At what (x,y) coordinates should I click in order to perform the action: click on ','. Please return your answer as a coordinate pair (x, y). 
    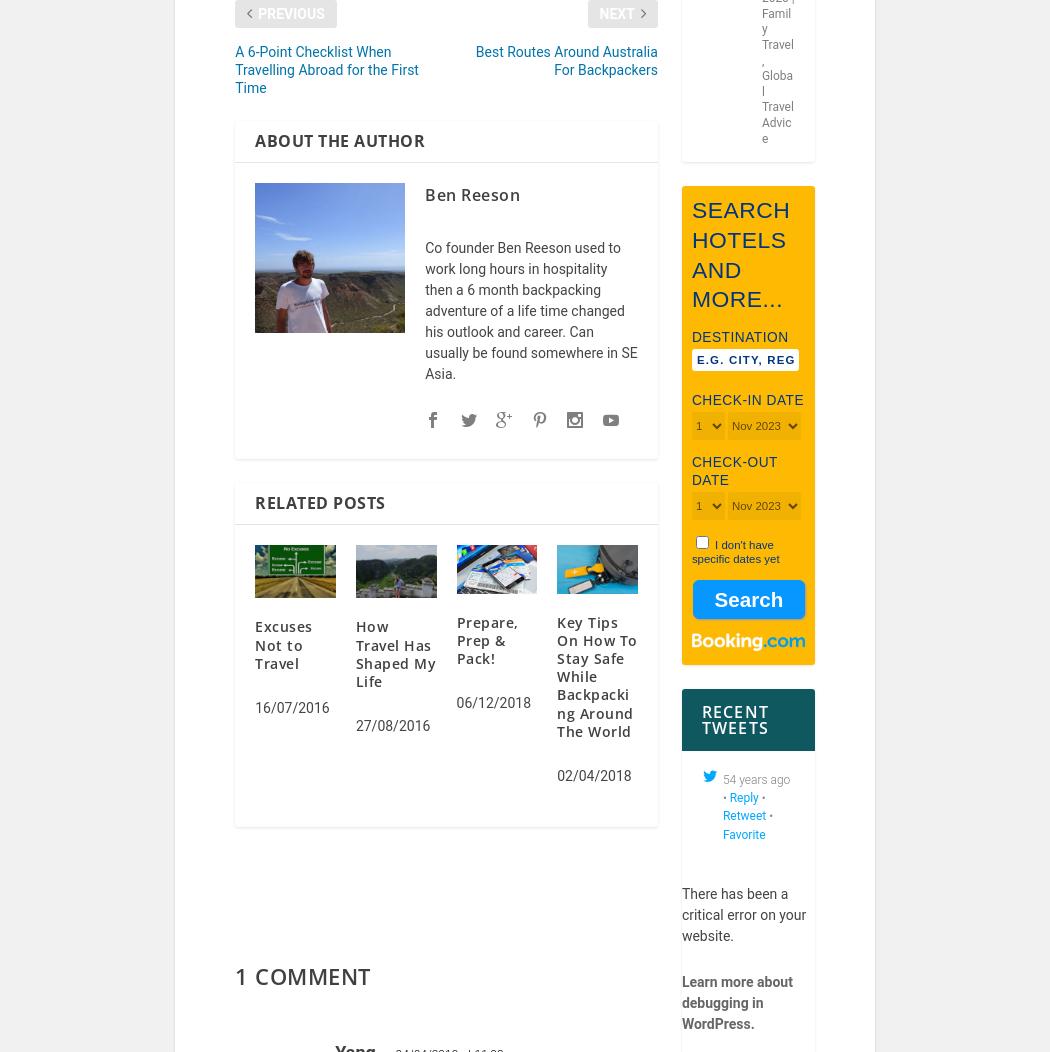
    Looking at the image, I should click on (762, 72).